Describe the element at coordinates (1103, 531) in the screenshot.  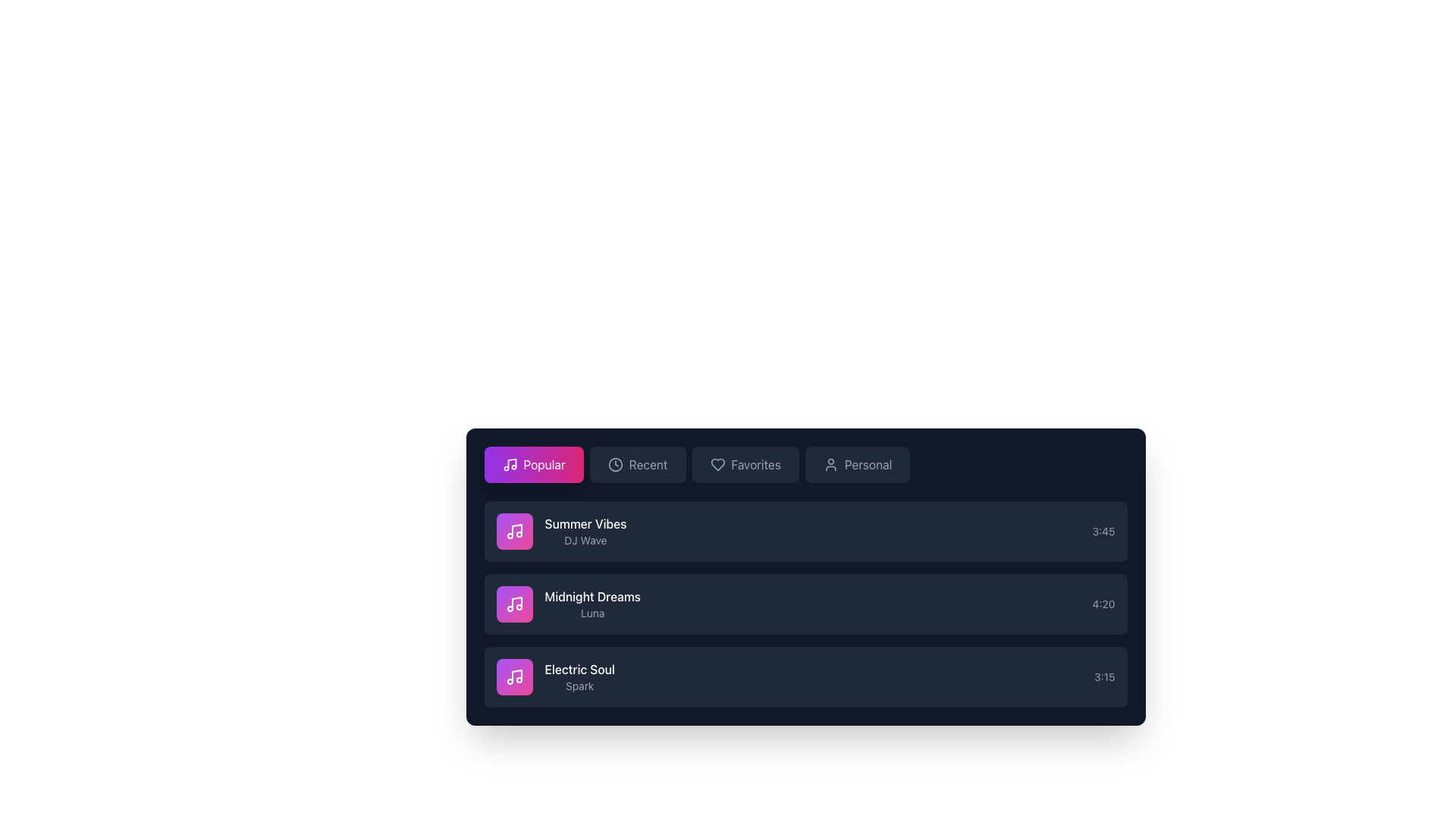
I see `displayed time from the text label indicating the duration of the corresponding music track, located in the first row of a list-like structure, right-aligned next to the track information` at that location.